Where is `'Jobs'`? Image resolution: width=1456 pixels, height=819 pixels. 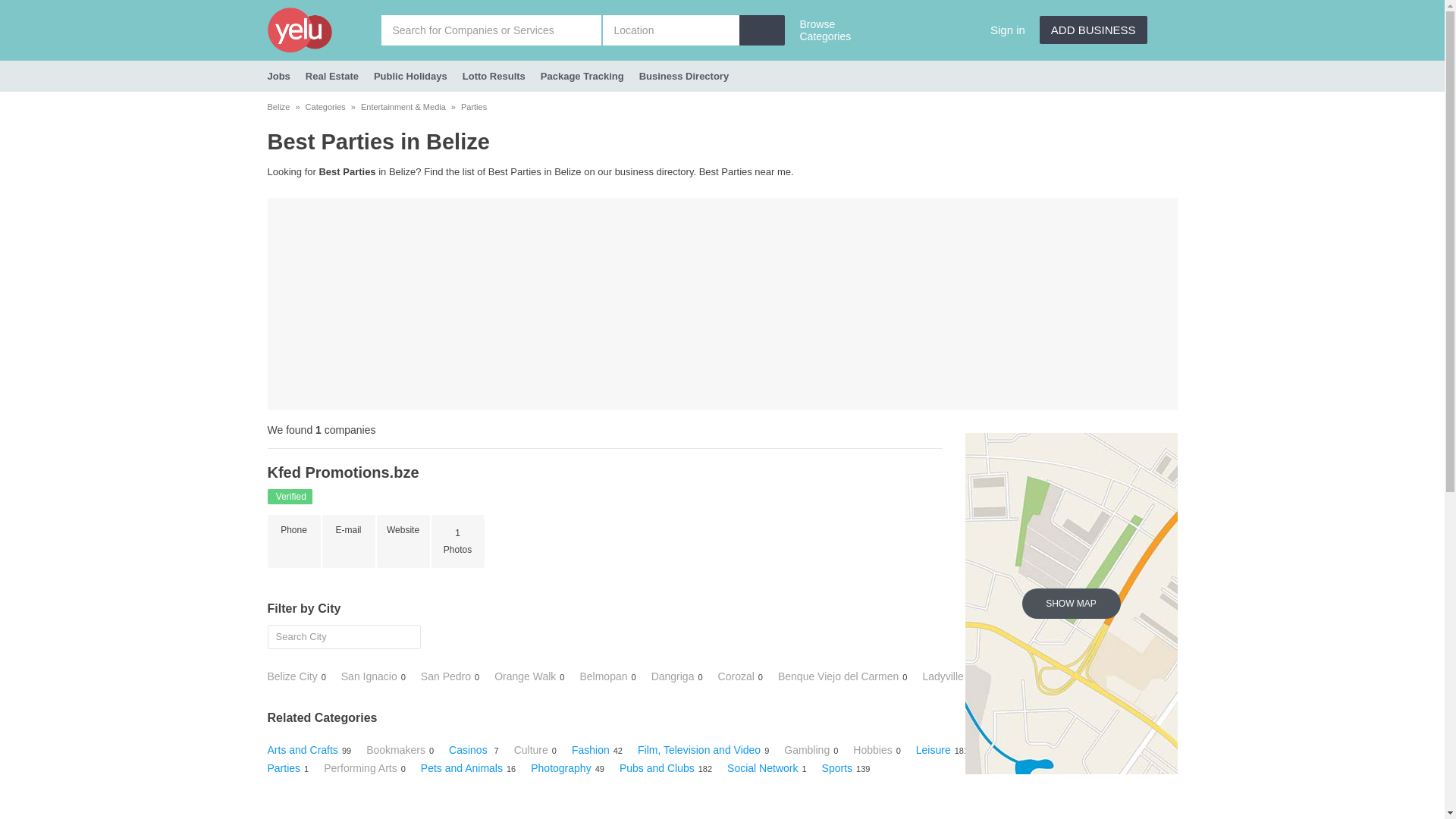 'Jobs' is located at coordinates (278, 76).